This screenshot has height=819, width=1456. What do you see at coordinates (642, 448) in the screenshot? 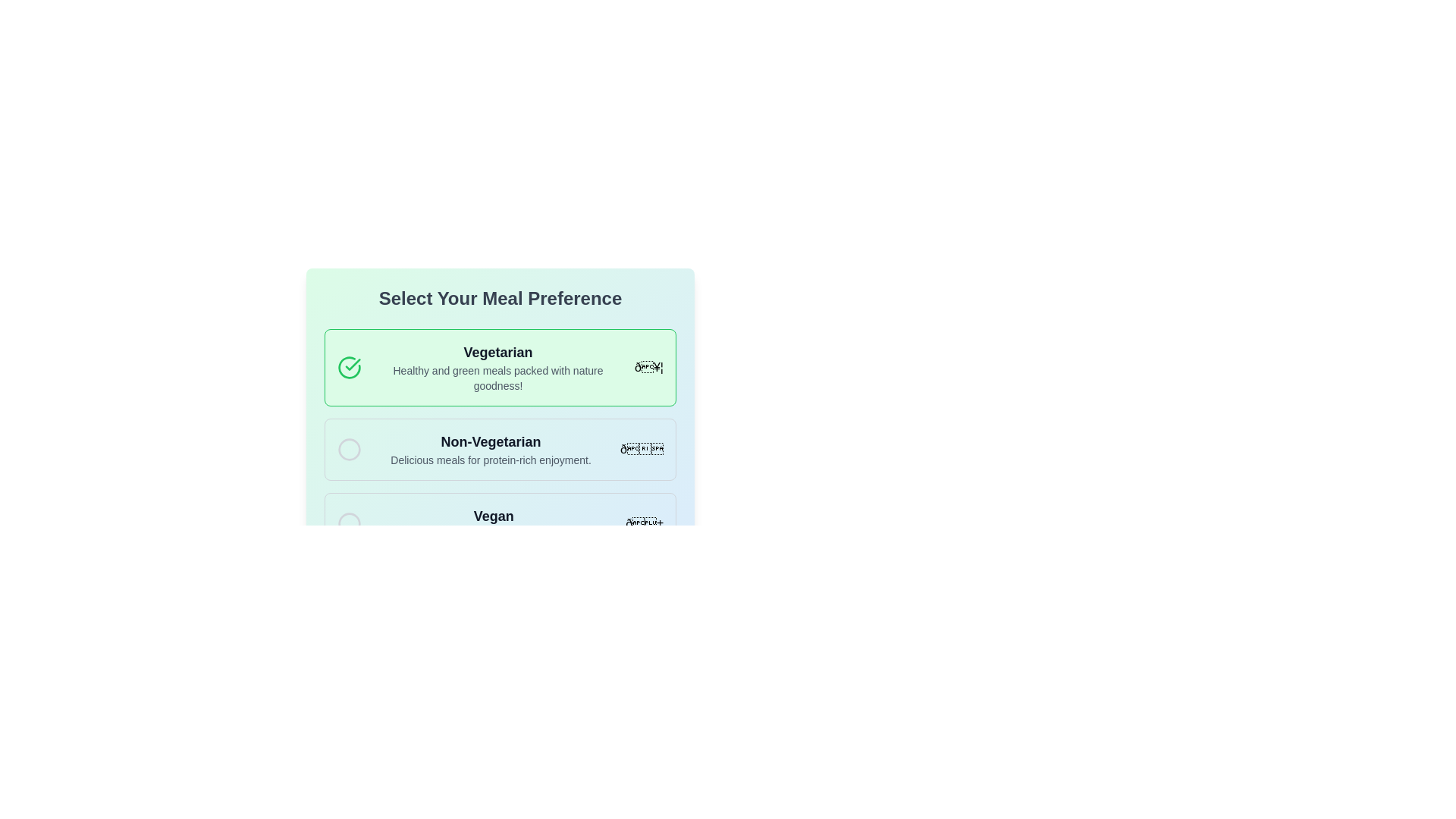
I see `the text label featuring the emoji '🍖' located under the 'Non-Vegetarian' section in the meal preference selection interface` at bounding box center [642, 448].